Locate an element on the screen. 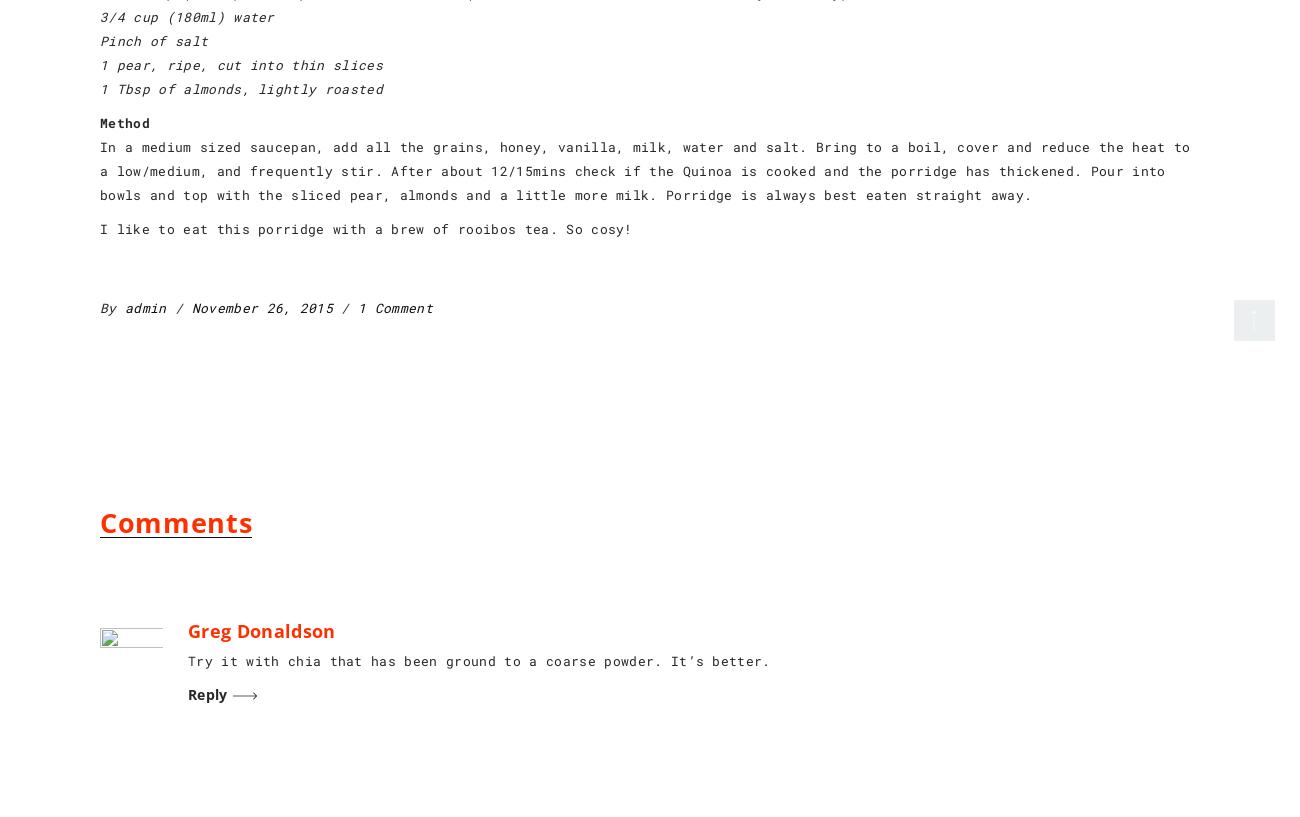 The image size is (1300, 817). '1 pear, ripe, cut into thin slices' is located at coordinates (240, 64).